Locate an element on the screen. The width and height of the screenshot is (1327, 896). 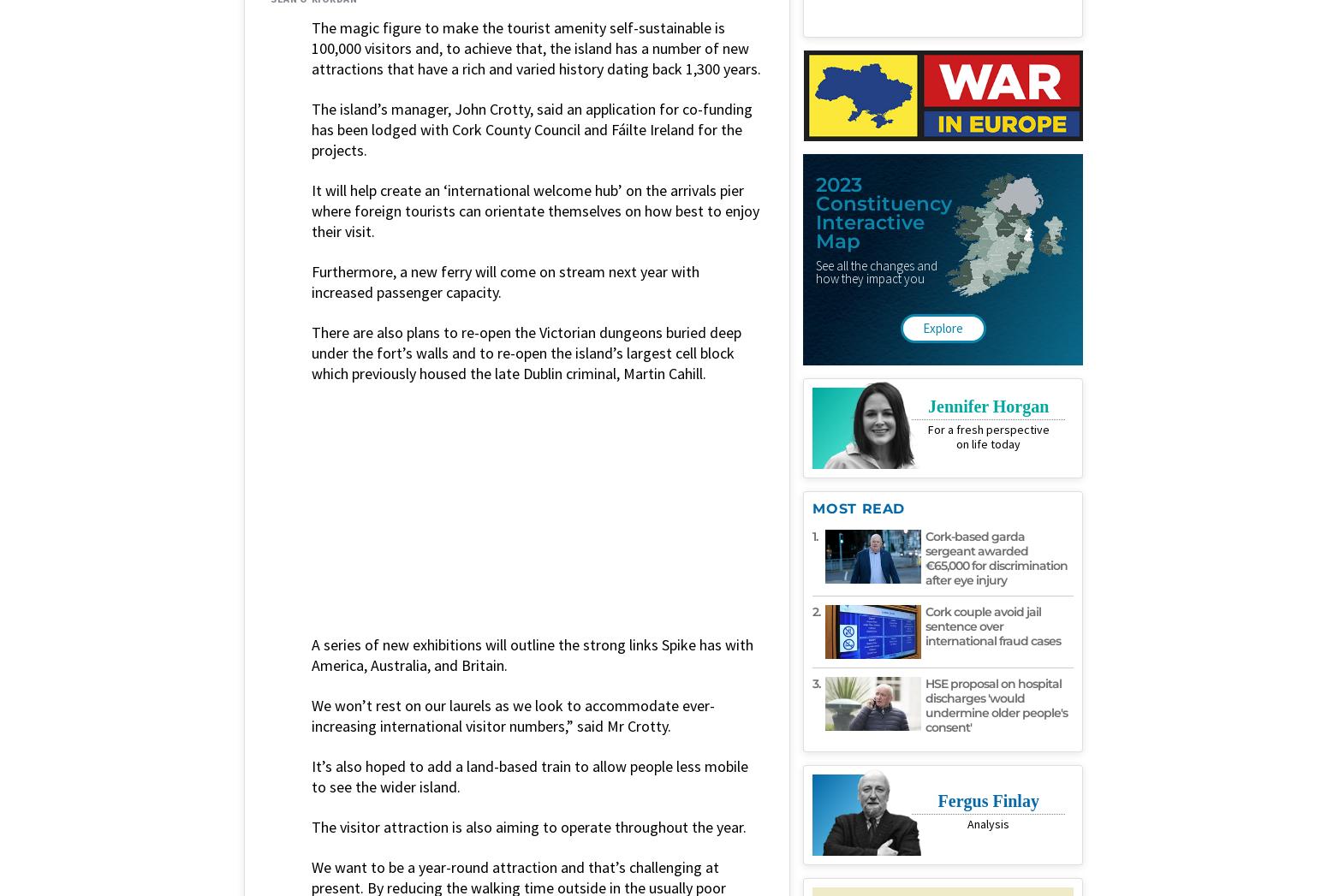
'news' is located at coordinates (361, 631).